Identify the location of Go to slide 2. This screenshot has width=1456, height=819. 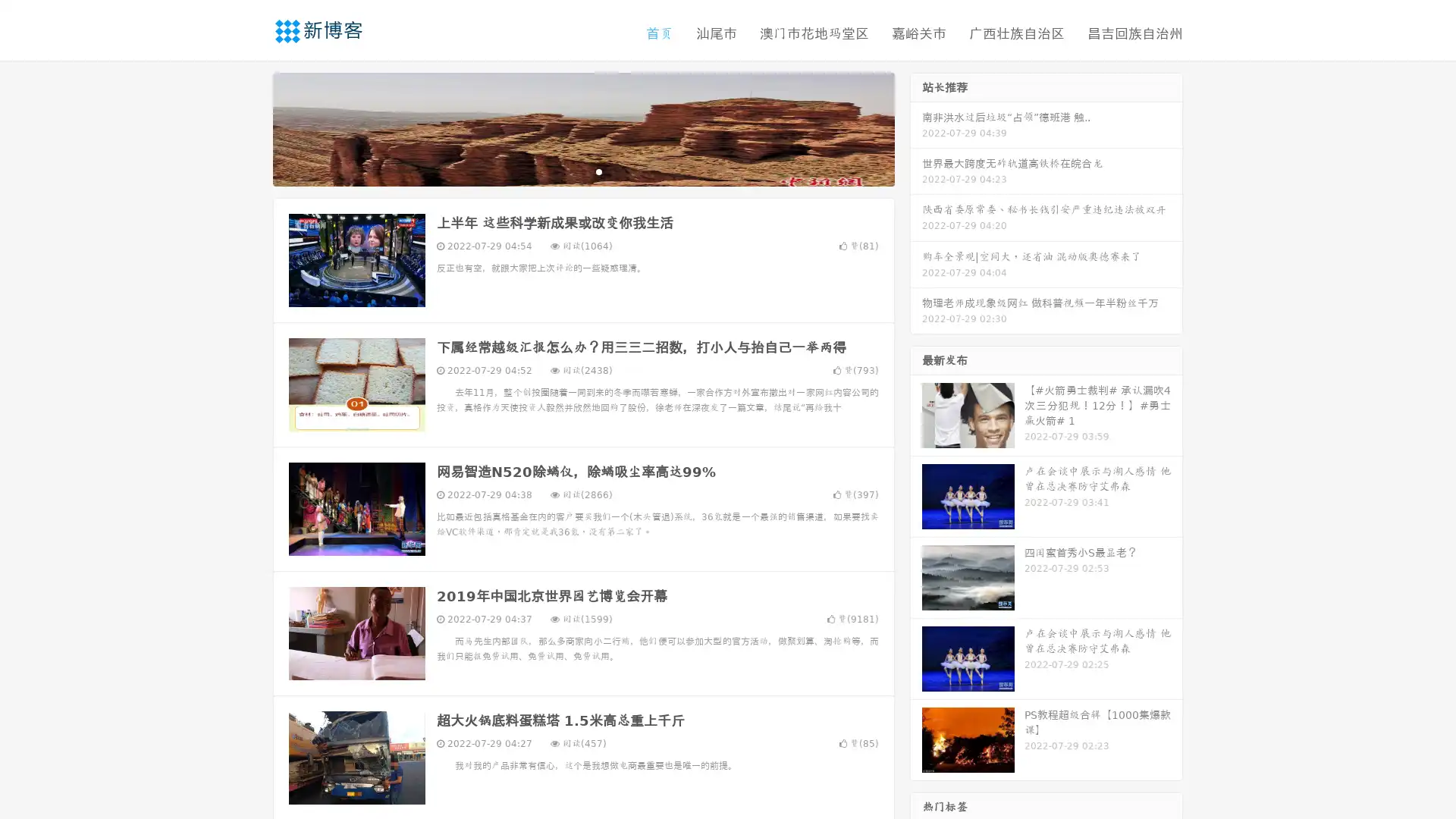
(582, 171).